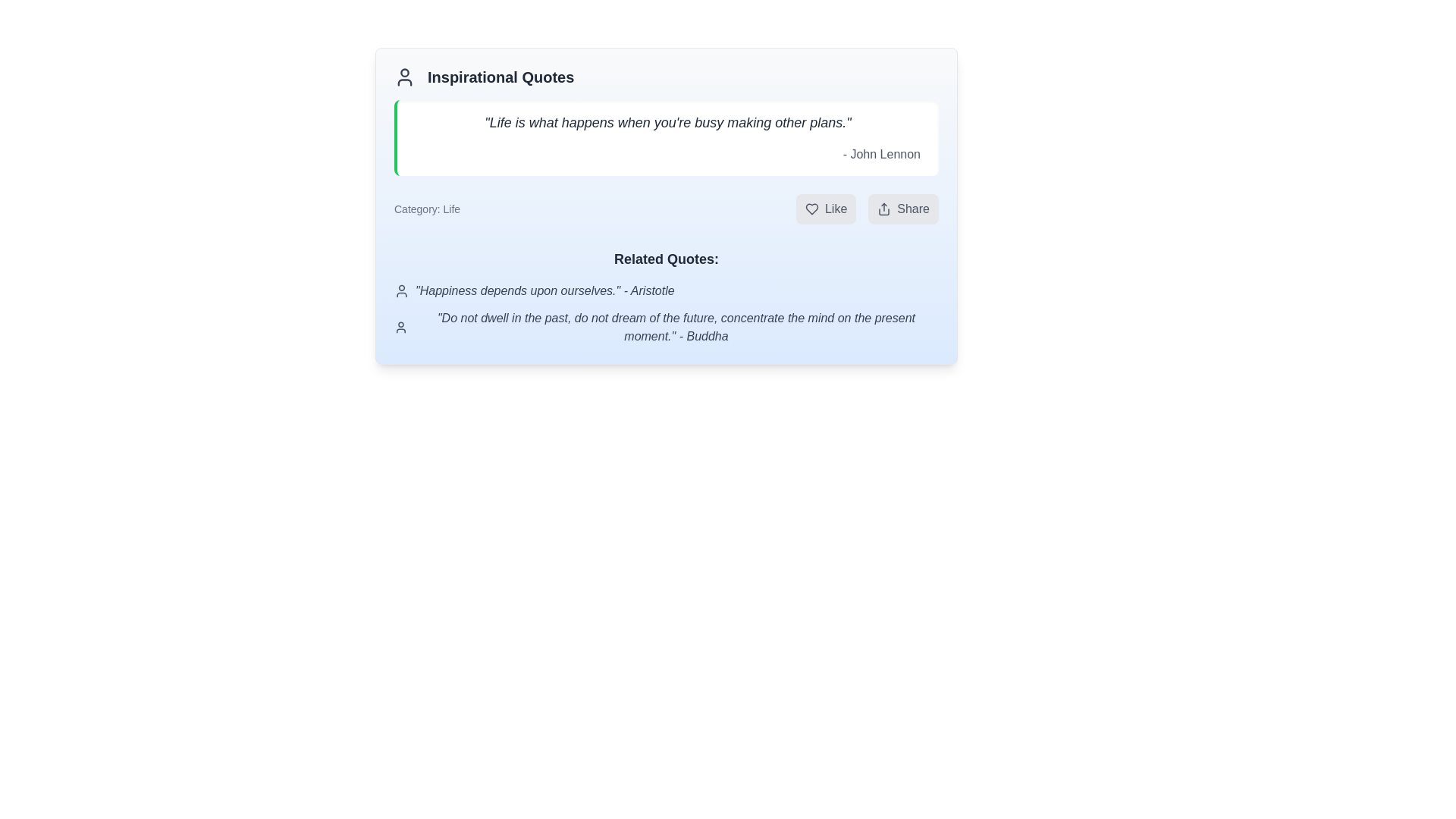  Describe the element at coordinates (825, 209) in the screenshot. I see `the 'Like' button, which is a rectangular button with rounded corners, gray background, a heart-shaped icon on the left, and the text 'Like' next to it, positioned below a quote and next to a 'Share' button` at that location.